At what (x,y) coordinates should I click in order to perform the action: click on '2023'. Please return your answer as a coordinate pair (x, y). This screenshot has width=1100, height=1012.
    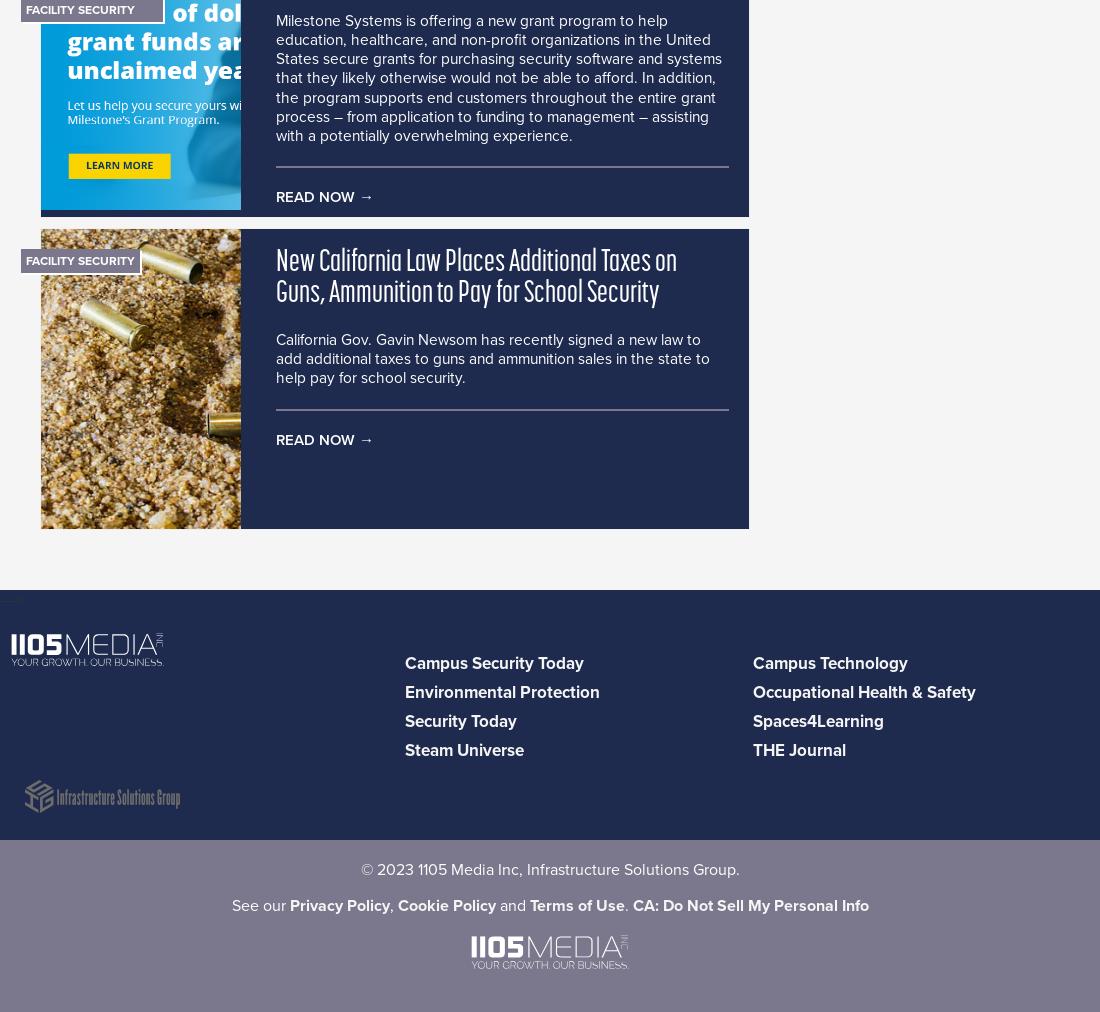
    Looking at the image, I should click on (394, 869).